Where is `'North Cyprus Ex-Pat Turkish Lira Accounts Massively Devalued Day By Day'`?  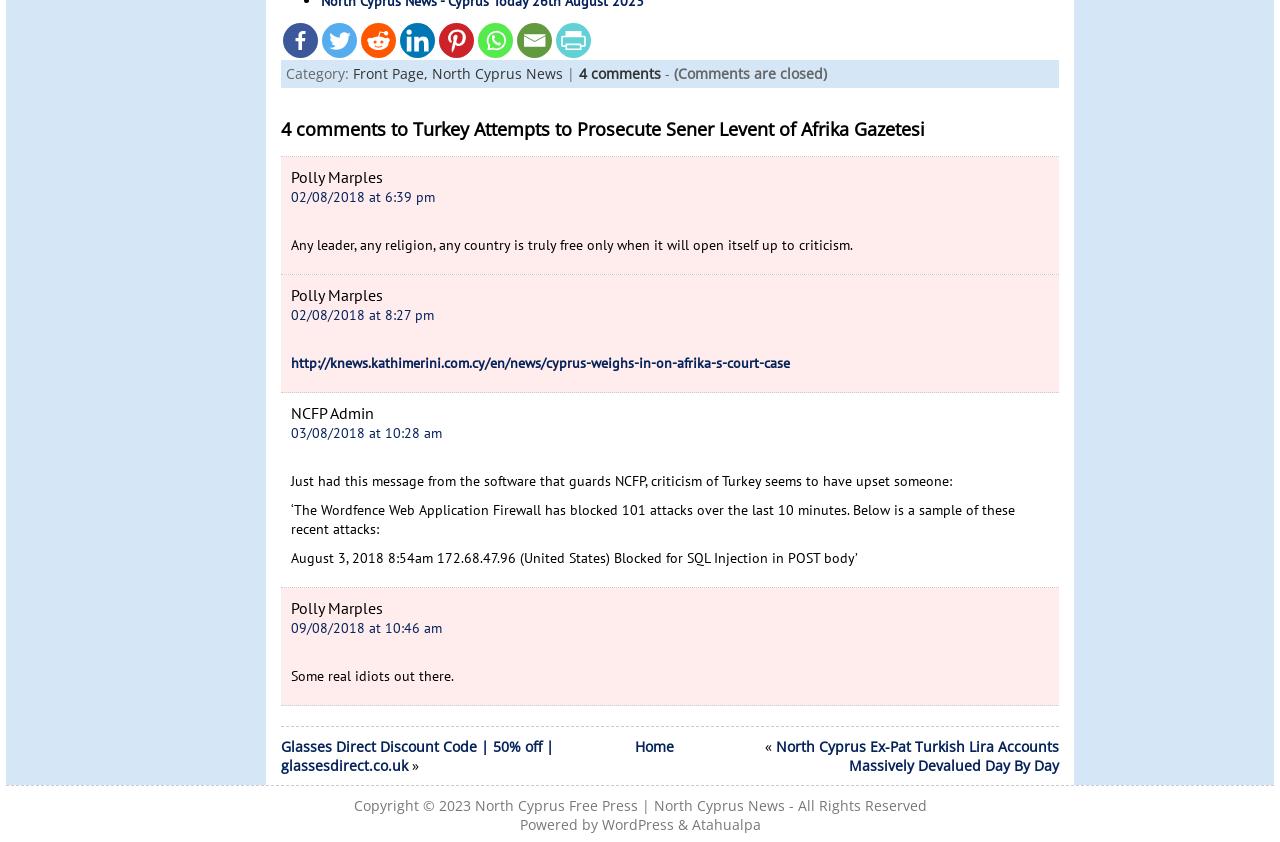
'North Cyprus Ex-Pat Turkish Lira Accounts Massively Devalued Day By Day' is located at coordinates (774, 756).